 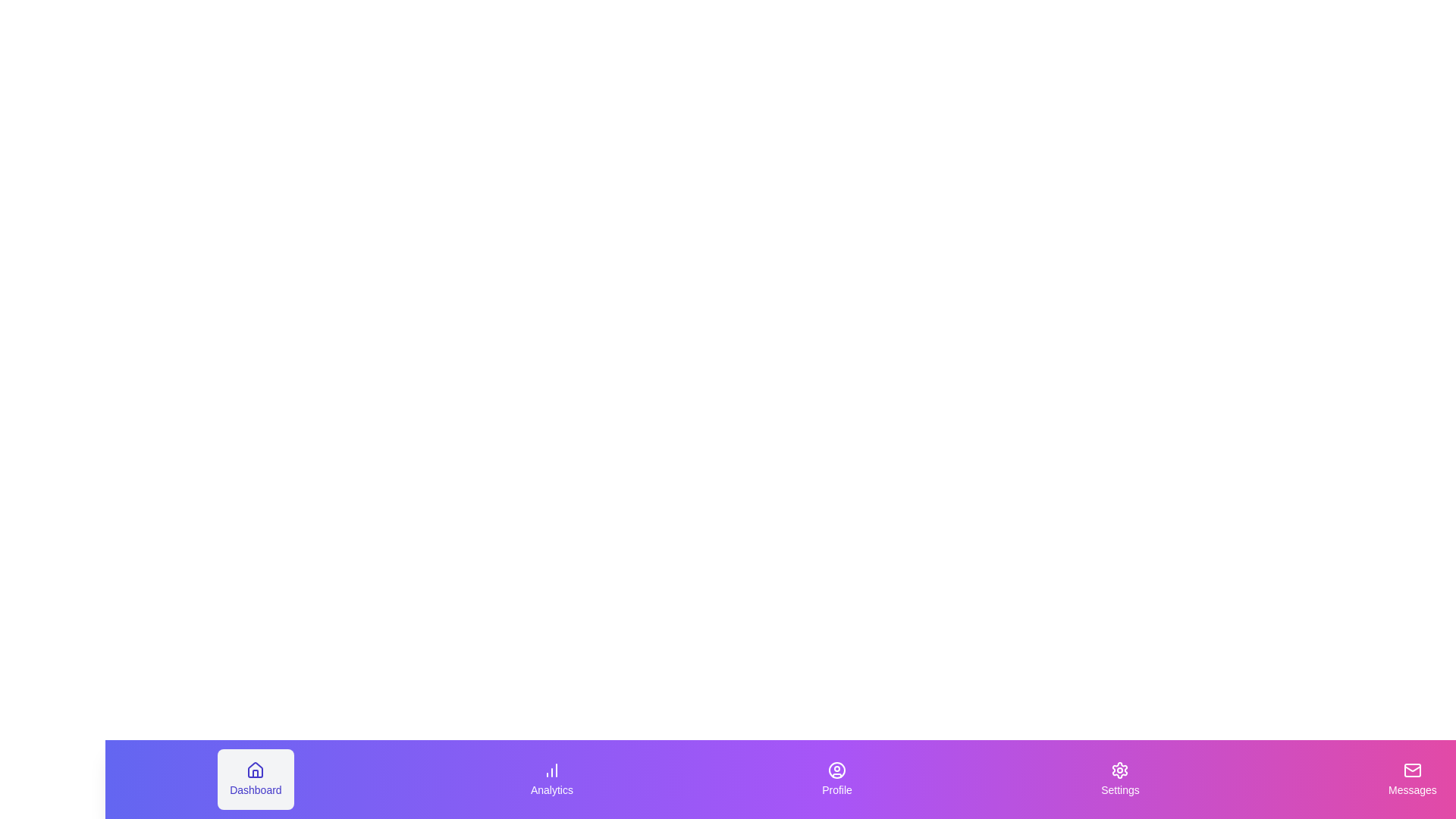 What do you see at coordinates (550, 780) in the screenshot?
I see `the tab labeled Analytics to see its visual feedback` at bounding box center [550, 780].